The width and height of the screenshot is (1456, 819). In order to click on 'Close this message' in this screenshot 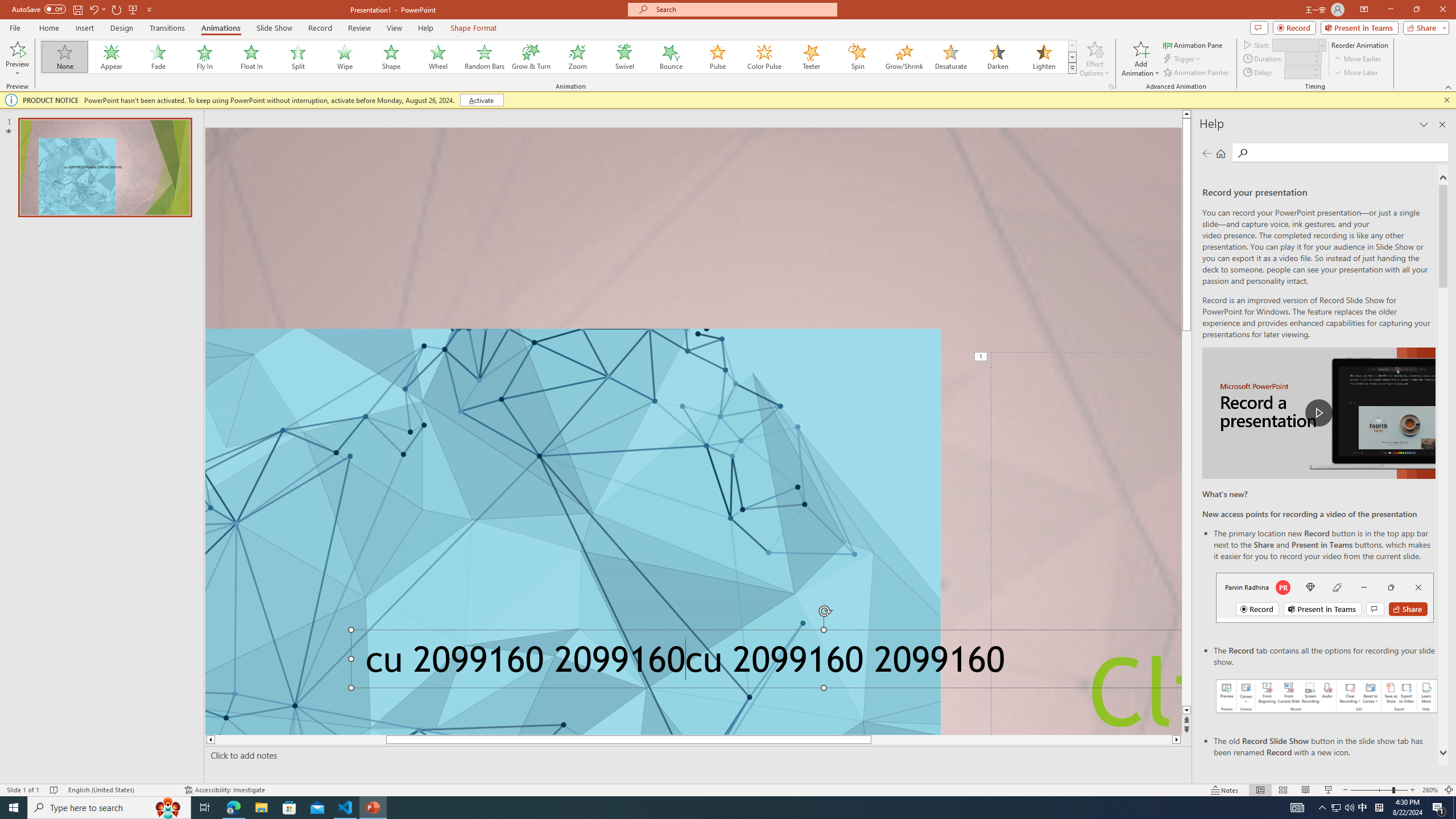, I will do `click(1446, 100)`.